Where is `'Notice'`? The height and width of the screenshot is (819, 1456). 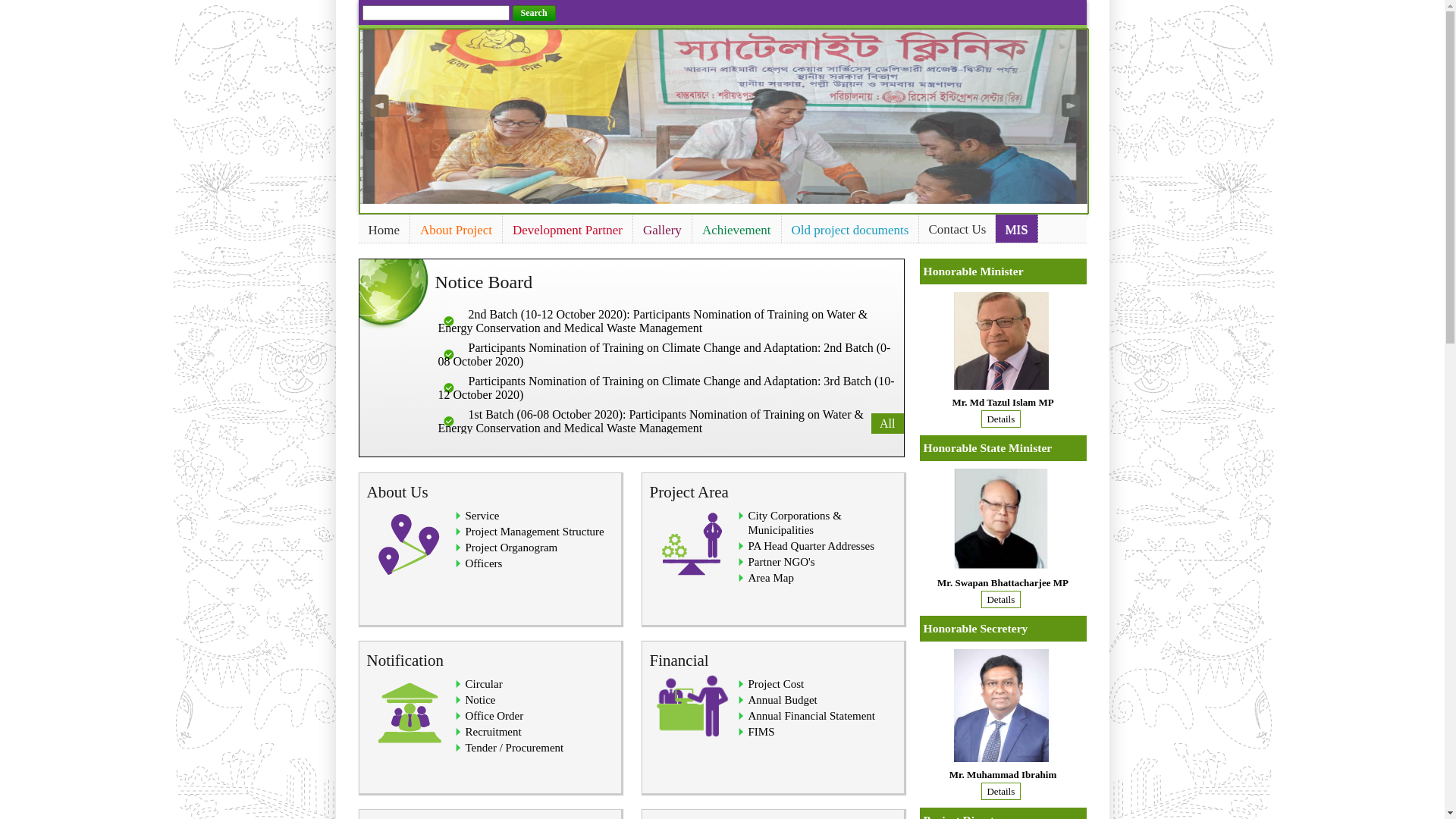 'Notice' is located at coordinates (465, 699).